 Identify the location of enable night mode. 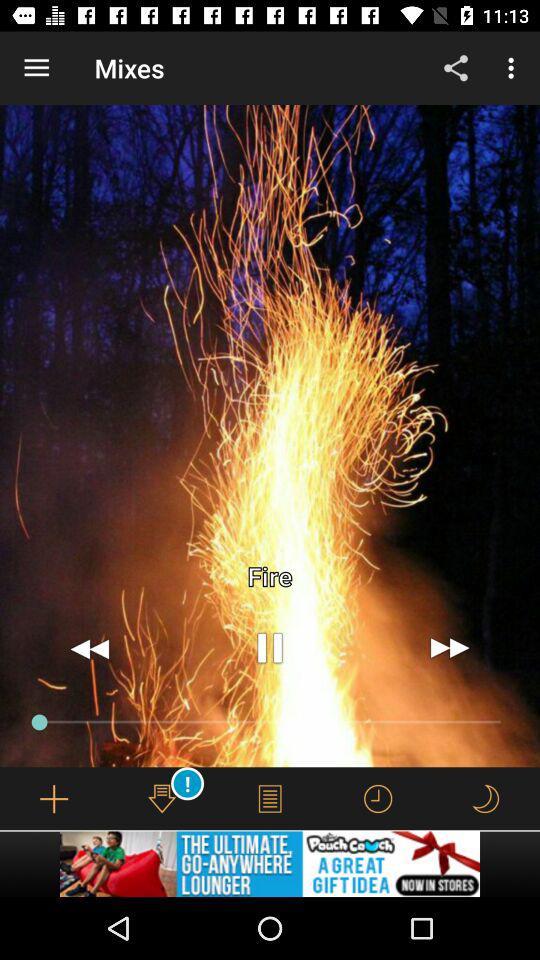
(484, 798).